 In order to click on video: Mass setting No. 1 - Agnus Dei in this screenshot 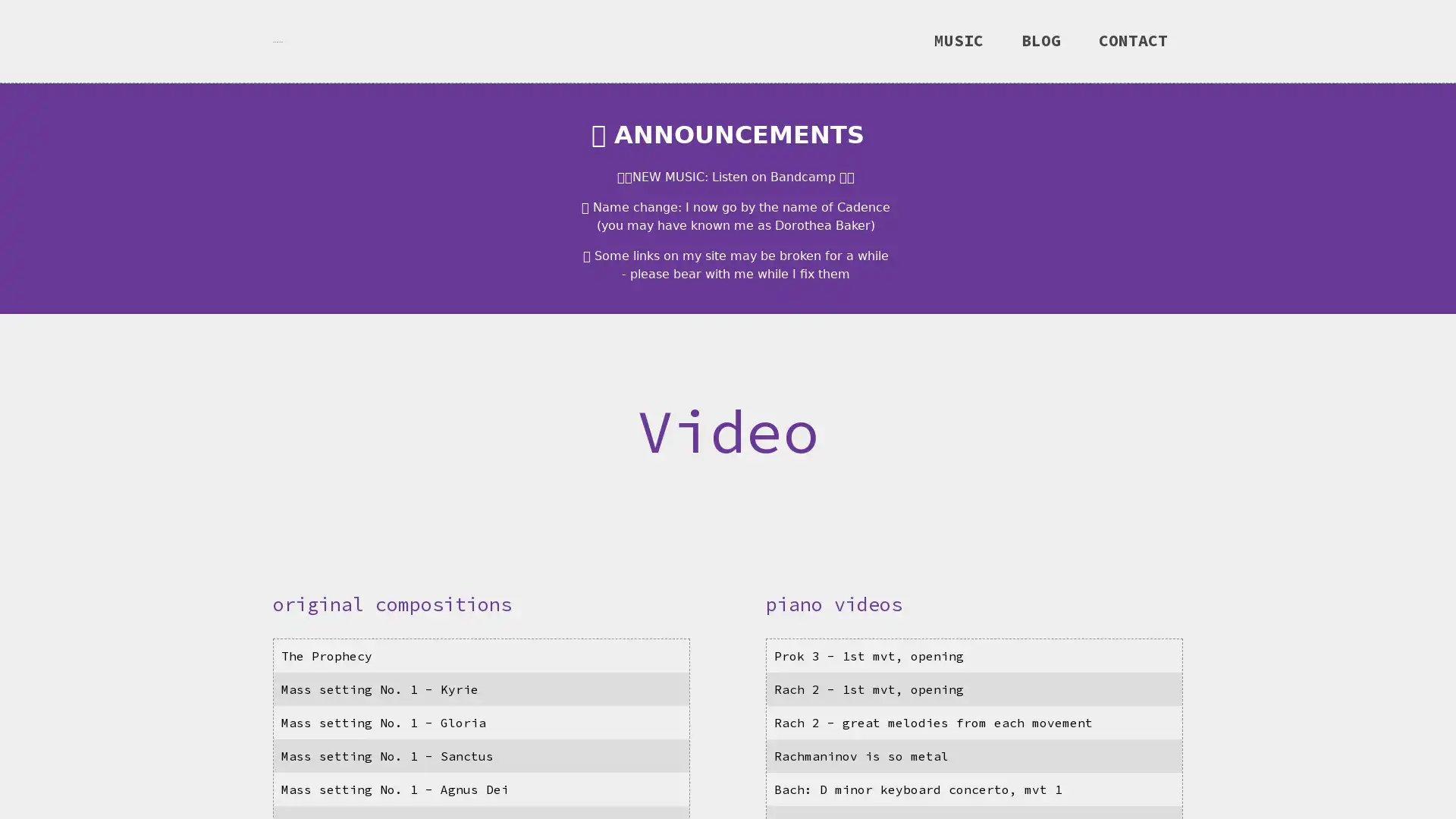, I will do `click(480, 788)`.